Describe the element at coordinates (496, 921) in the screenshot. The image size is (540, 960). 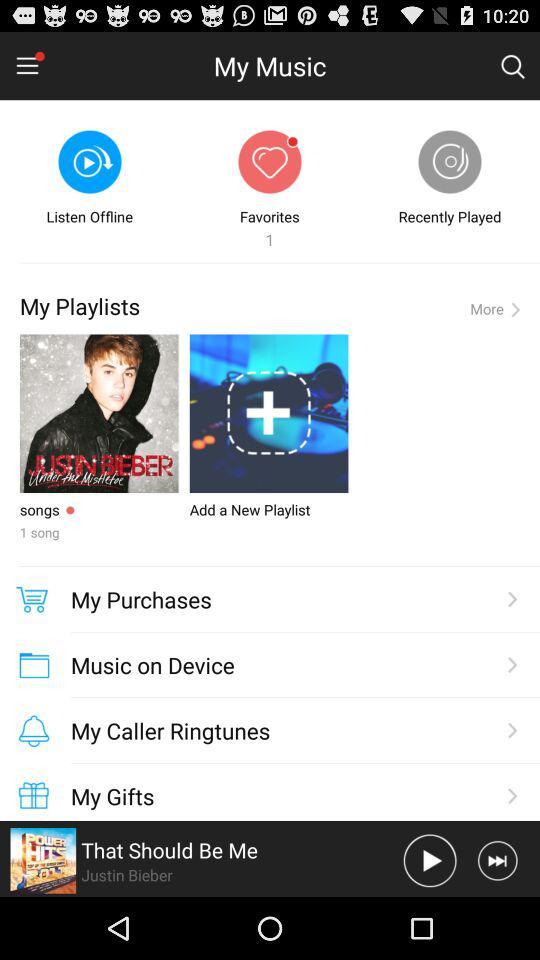
I see `the skip_next icon` at that location.